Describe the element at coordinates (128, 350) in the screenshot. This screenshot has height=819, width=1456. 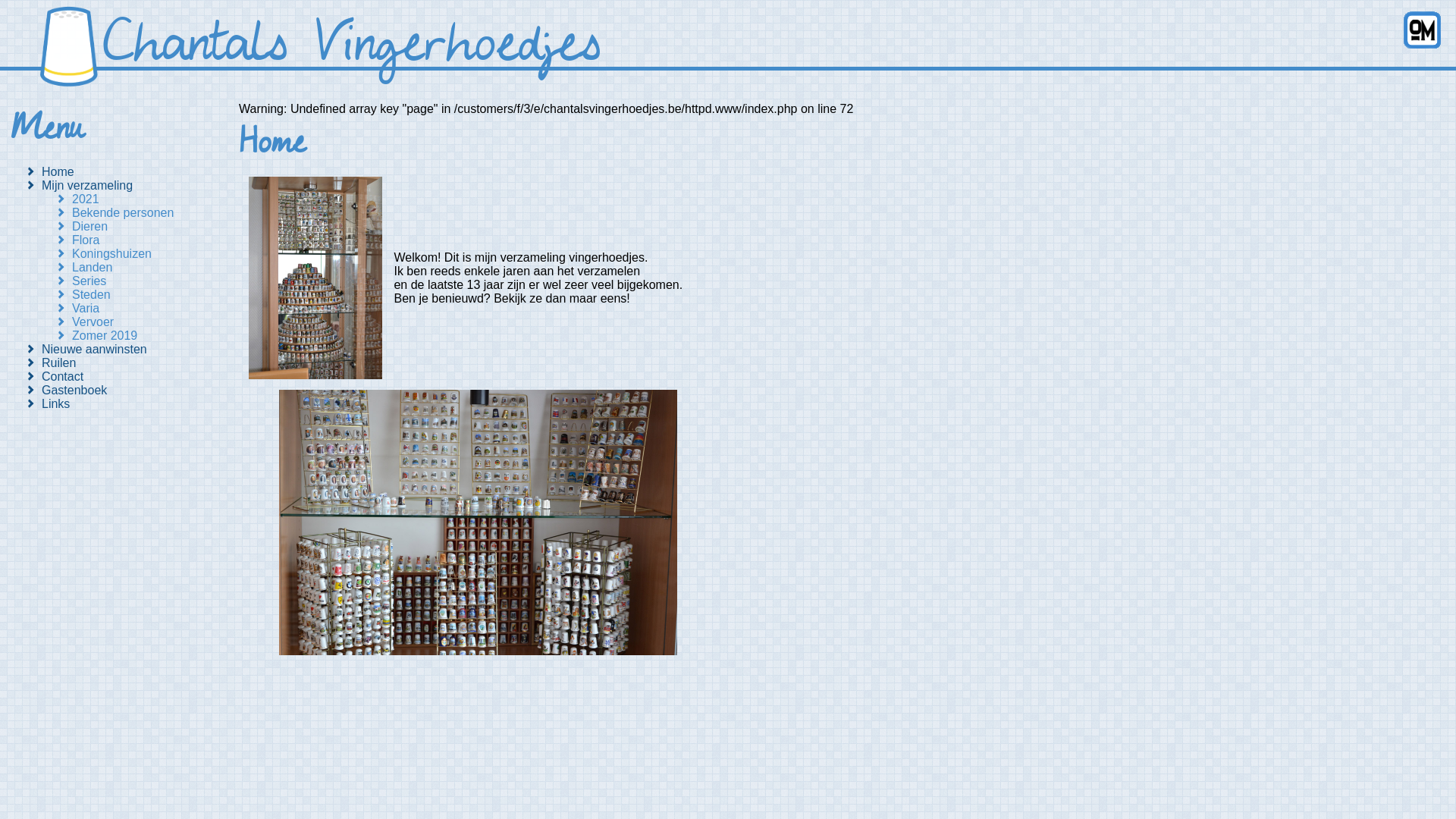
I see `'Nieuwe aanwinsten'` at that location.